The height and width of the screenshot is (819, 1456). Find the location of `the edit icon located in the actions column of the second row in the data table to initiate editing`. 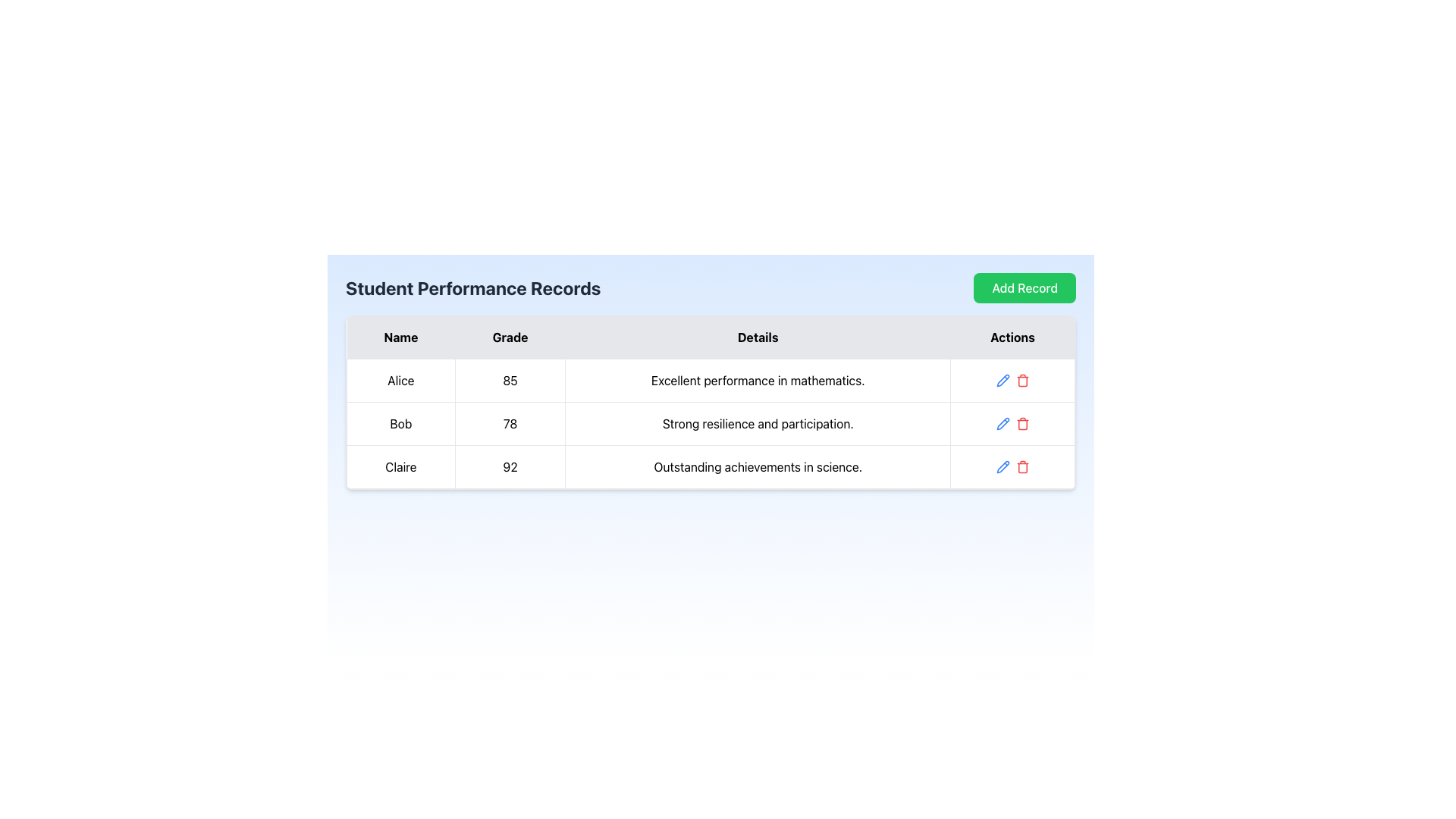

the edit icon located in the actions column of the second row in the data table to initiate editing is located at coordinates (1003, 424).